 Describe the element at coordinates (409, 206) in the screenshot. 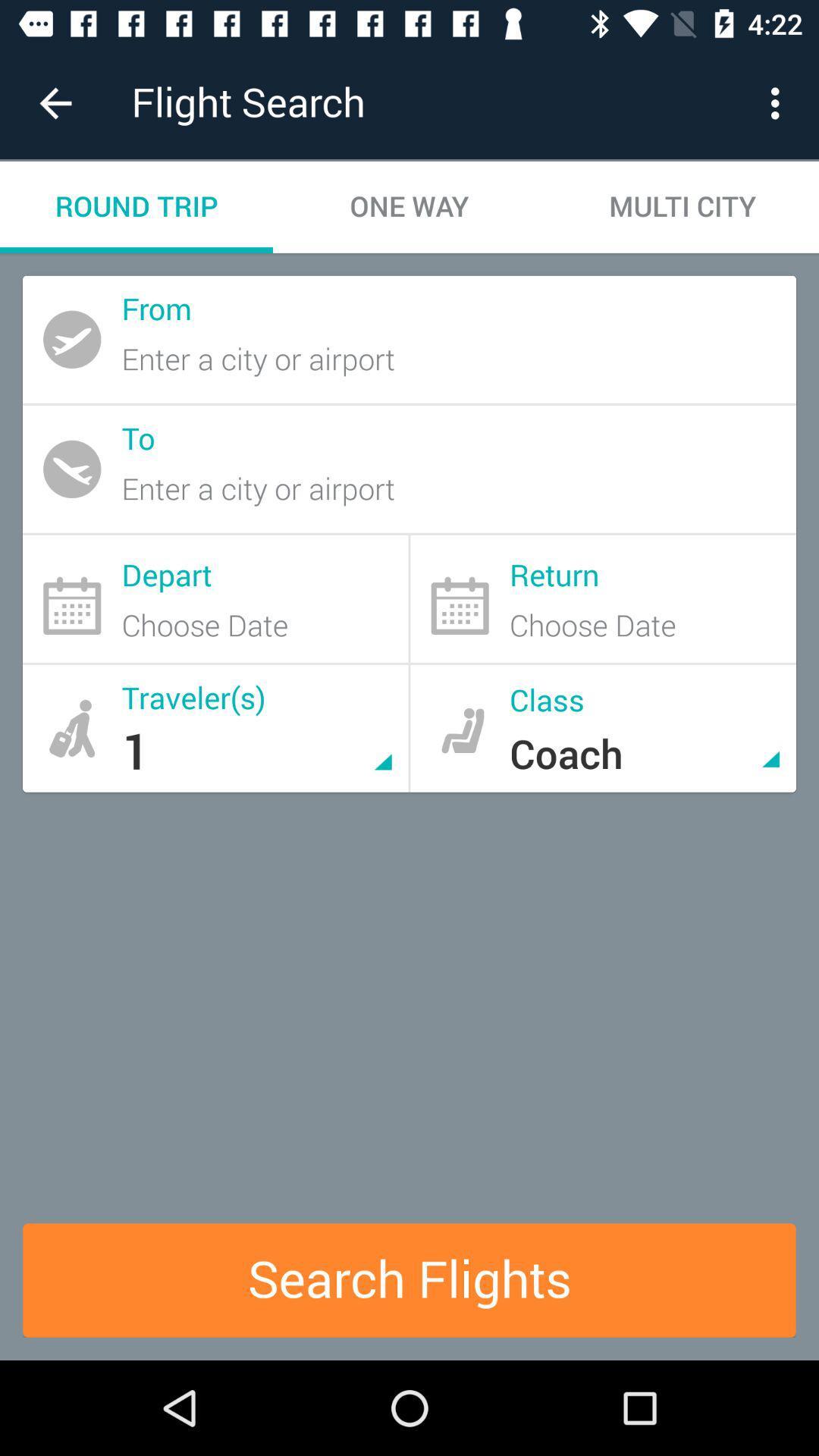

I see `icon to the left of multi city` at that location.